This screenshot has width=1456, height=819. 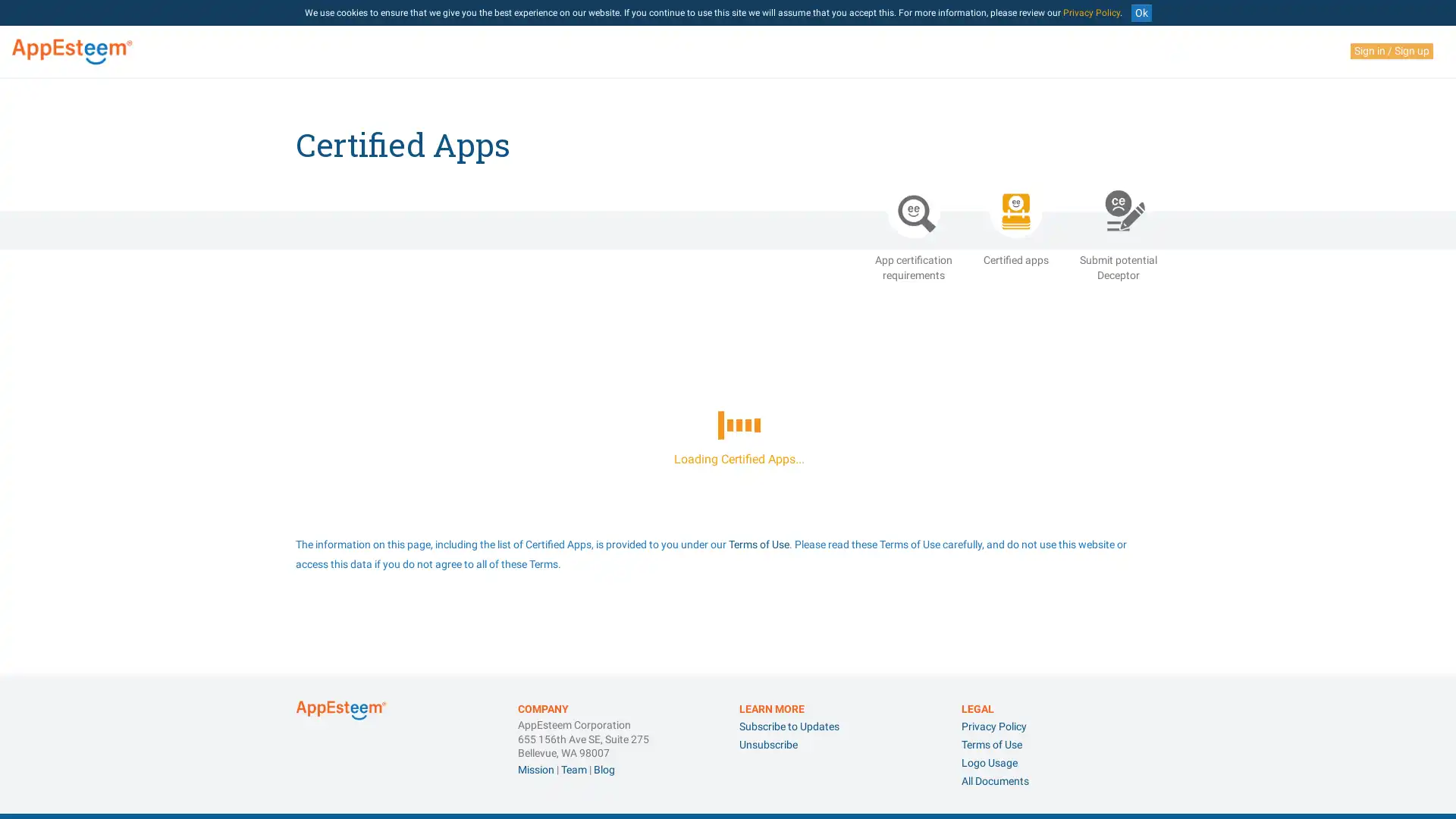 I want to click on Last, so click(x=1147, y=560).